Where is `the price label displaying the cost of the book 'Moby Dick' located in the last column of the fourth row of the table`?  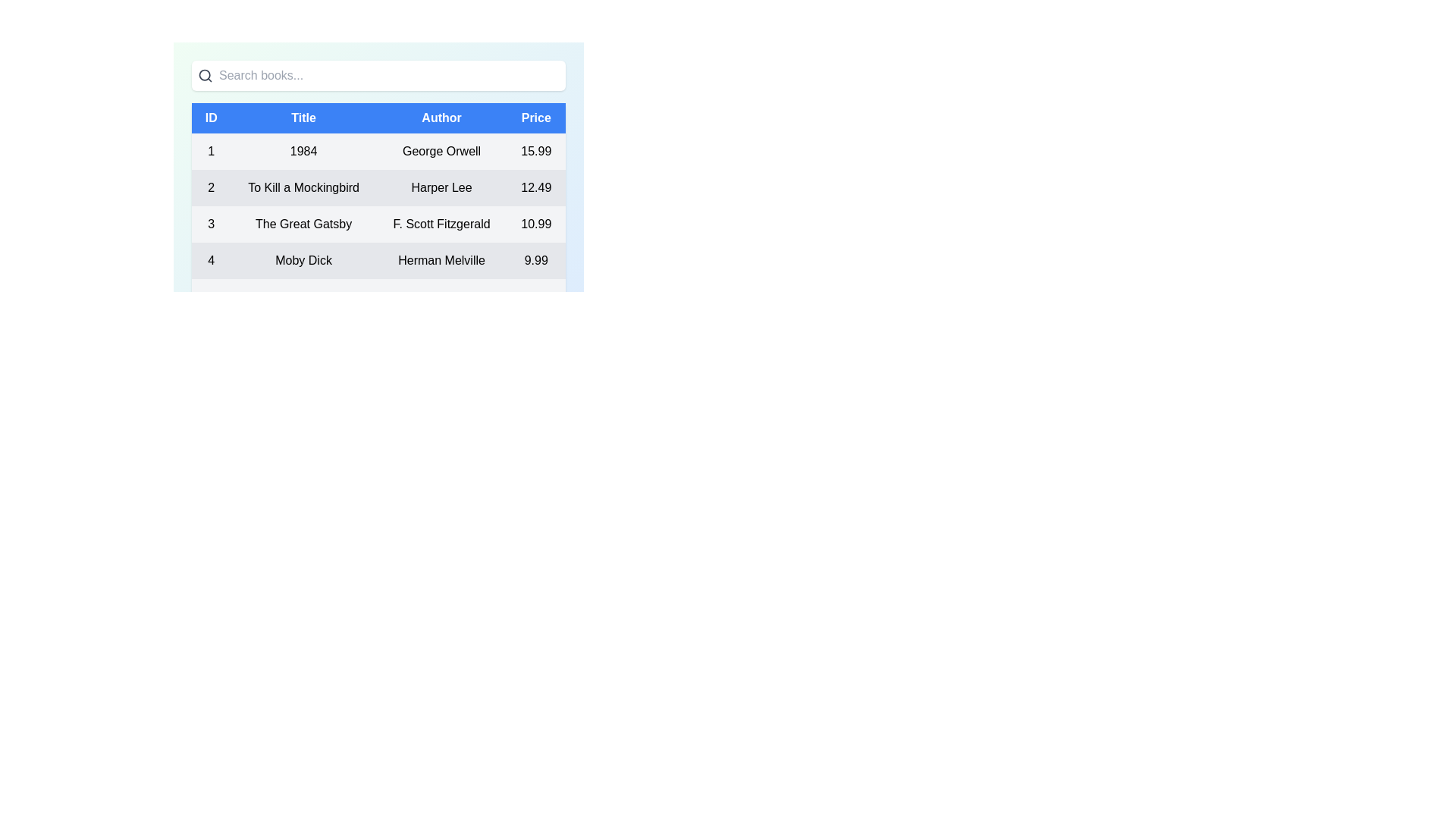
the price label displaying the cost of the book 'Moby Dick' located in the last column of the fourth row of the table is located at coordinates (536, 259).